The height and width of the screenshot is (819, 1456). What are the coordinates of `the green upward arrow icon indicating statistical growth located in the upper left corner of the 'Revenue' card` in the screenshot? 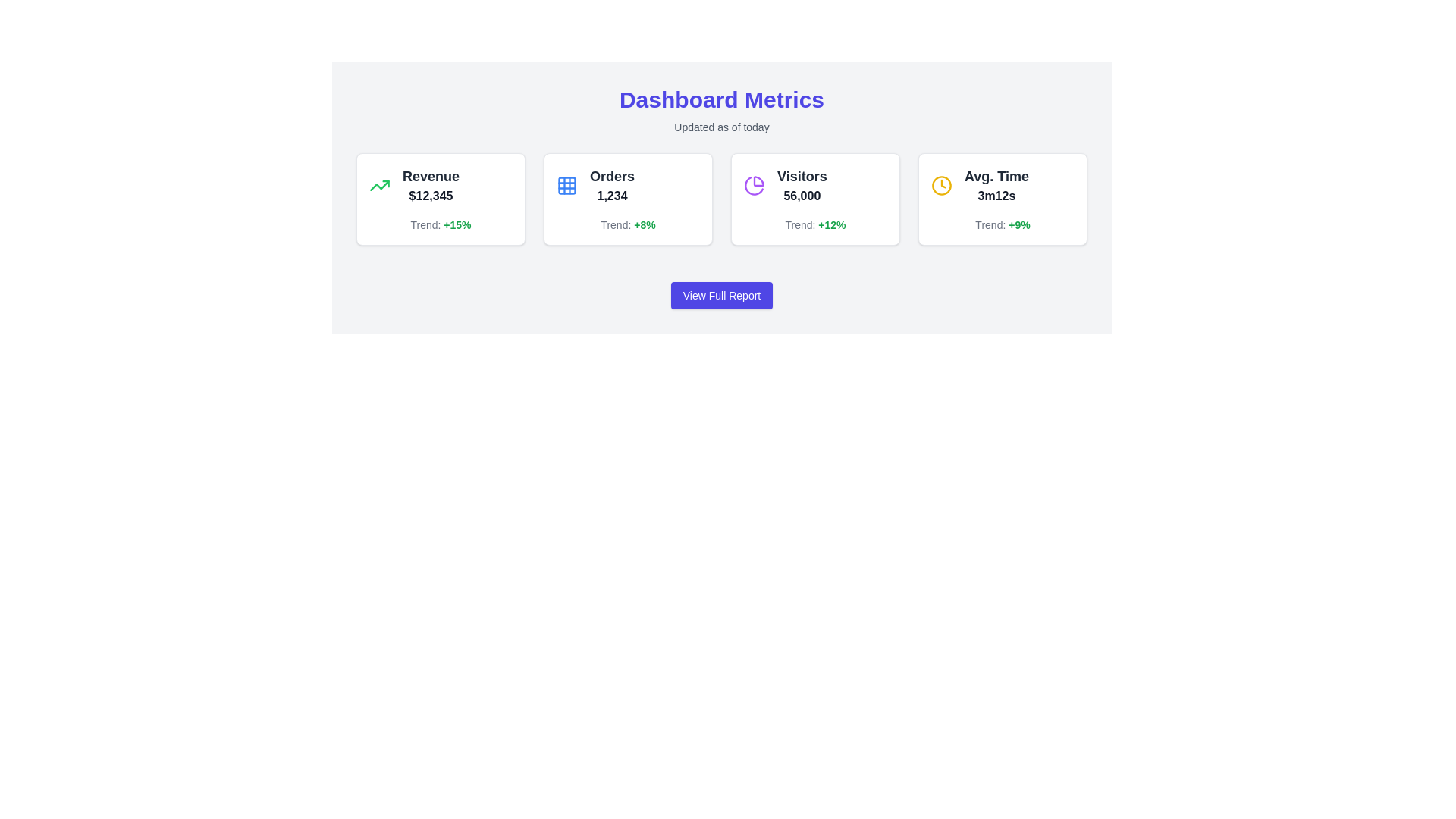 It's located at (379, 185).